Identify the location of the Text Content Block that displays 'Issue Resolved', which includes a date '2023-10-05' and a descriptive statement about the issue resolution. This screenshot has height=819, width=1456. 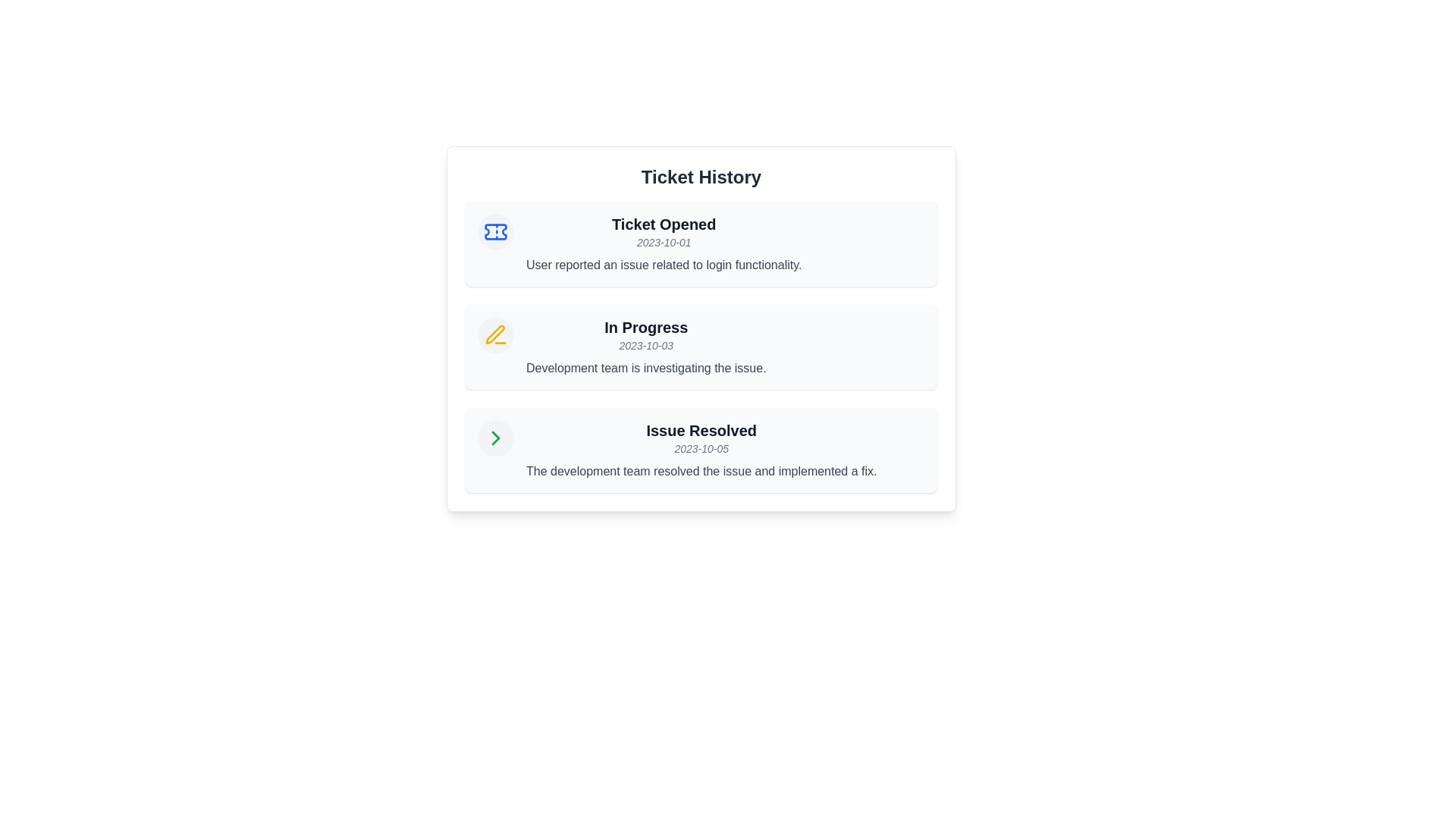
(701, 450).